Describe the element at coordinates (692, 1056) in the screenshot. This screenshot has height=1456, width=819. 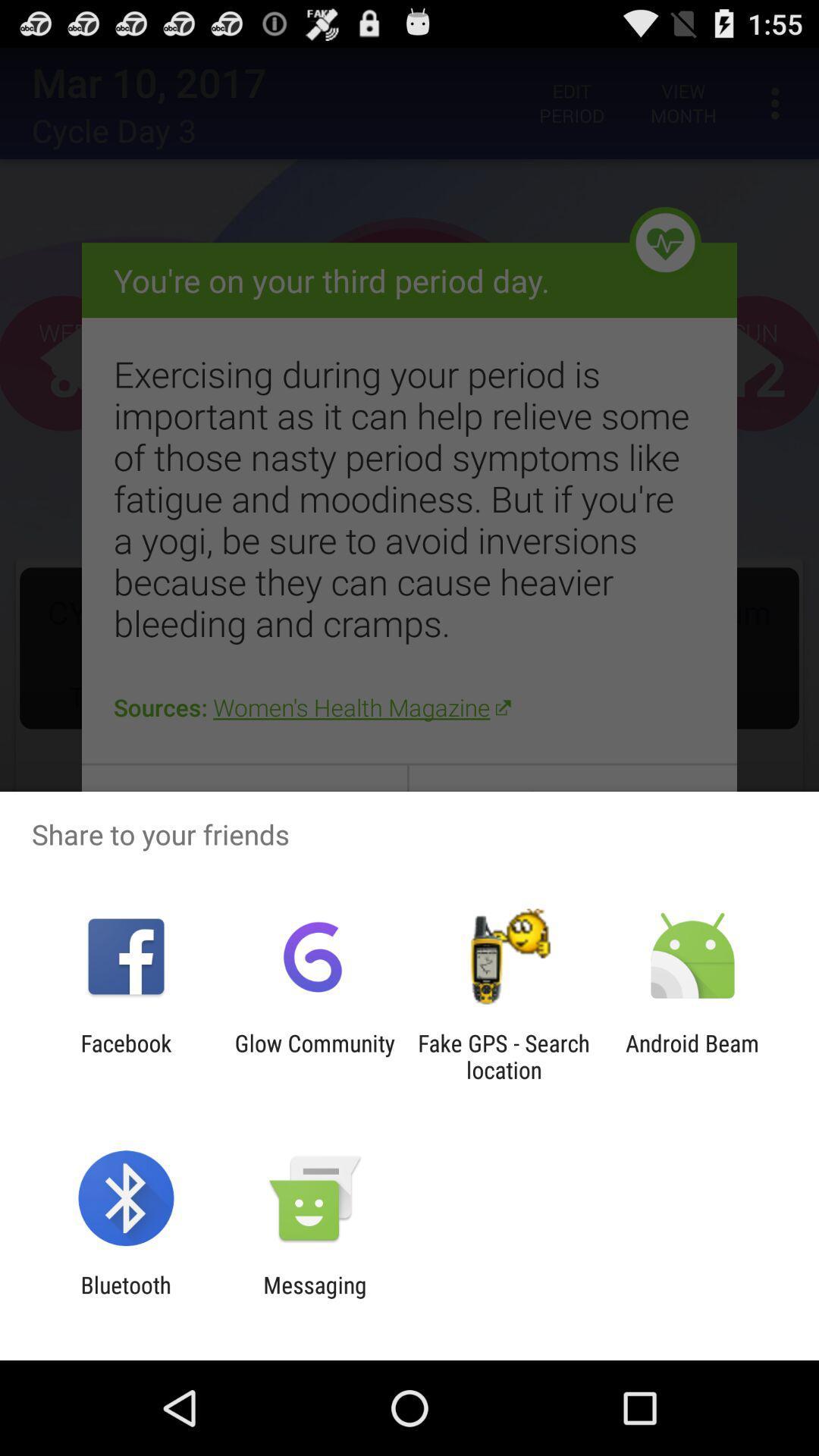
I see `android beam app` at that location.